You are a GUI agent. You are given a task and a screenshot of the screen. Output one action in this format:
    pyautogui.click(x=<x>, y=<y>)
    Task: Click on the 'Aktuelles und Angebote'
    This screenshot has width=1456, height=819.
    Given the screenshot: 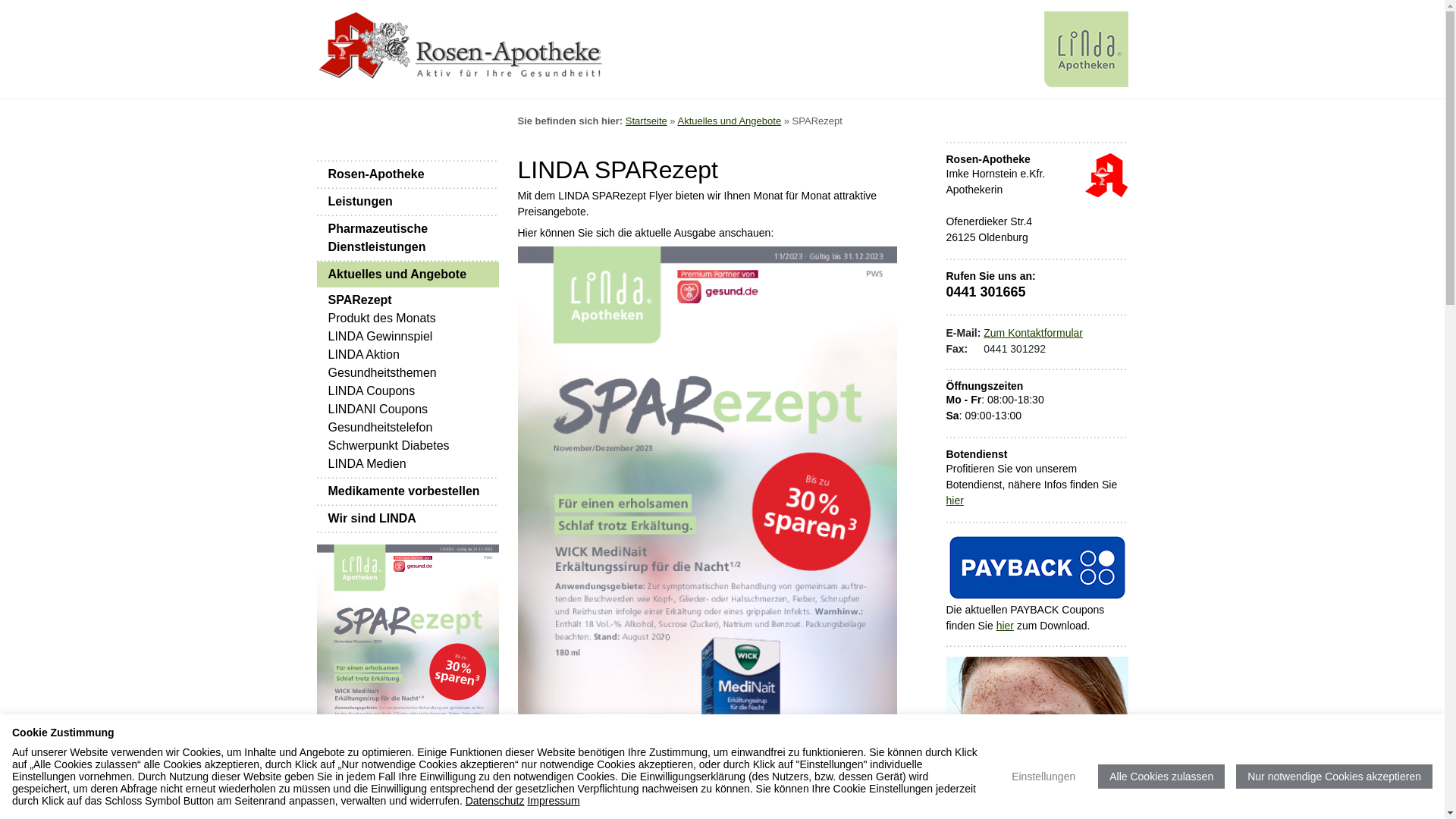 What is the action you would take?
    pyautogui.click(x=407, y=275)
    